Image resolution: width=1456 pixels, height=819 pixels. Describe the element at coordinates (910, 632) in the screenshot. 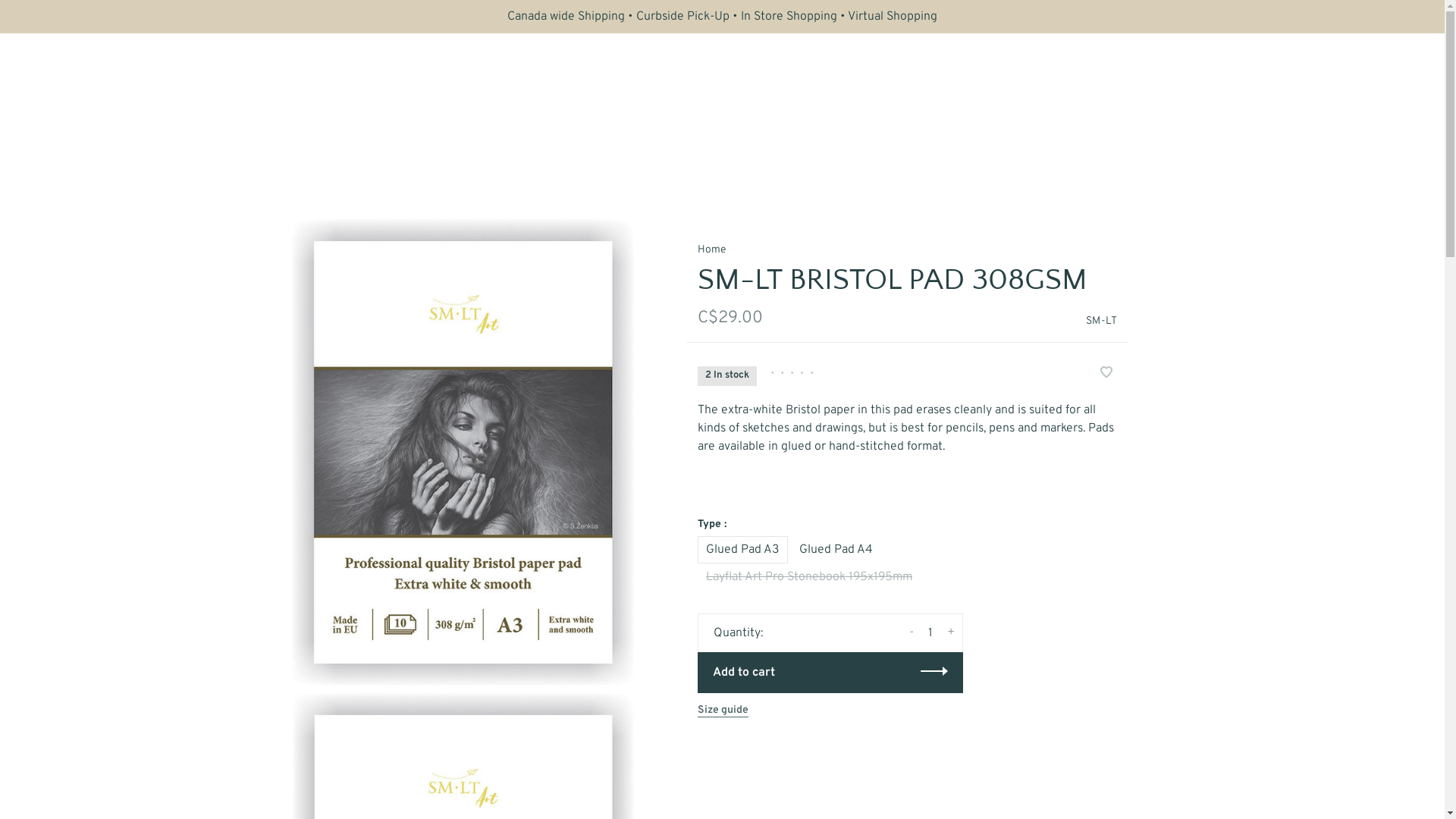

I see `'-'` at that location.